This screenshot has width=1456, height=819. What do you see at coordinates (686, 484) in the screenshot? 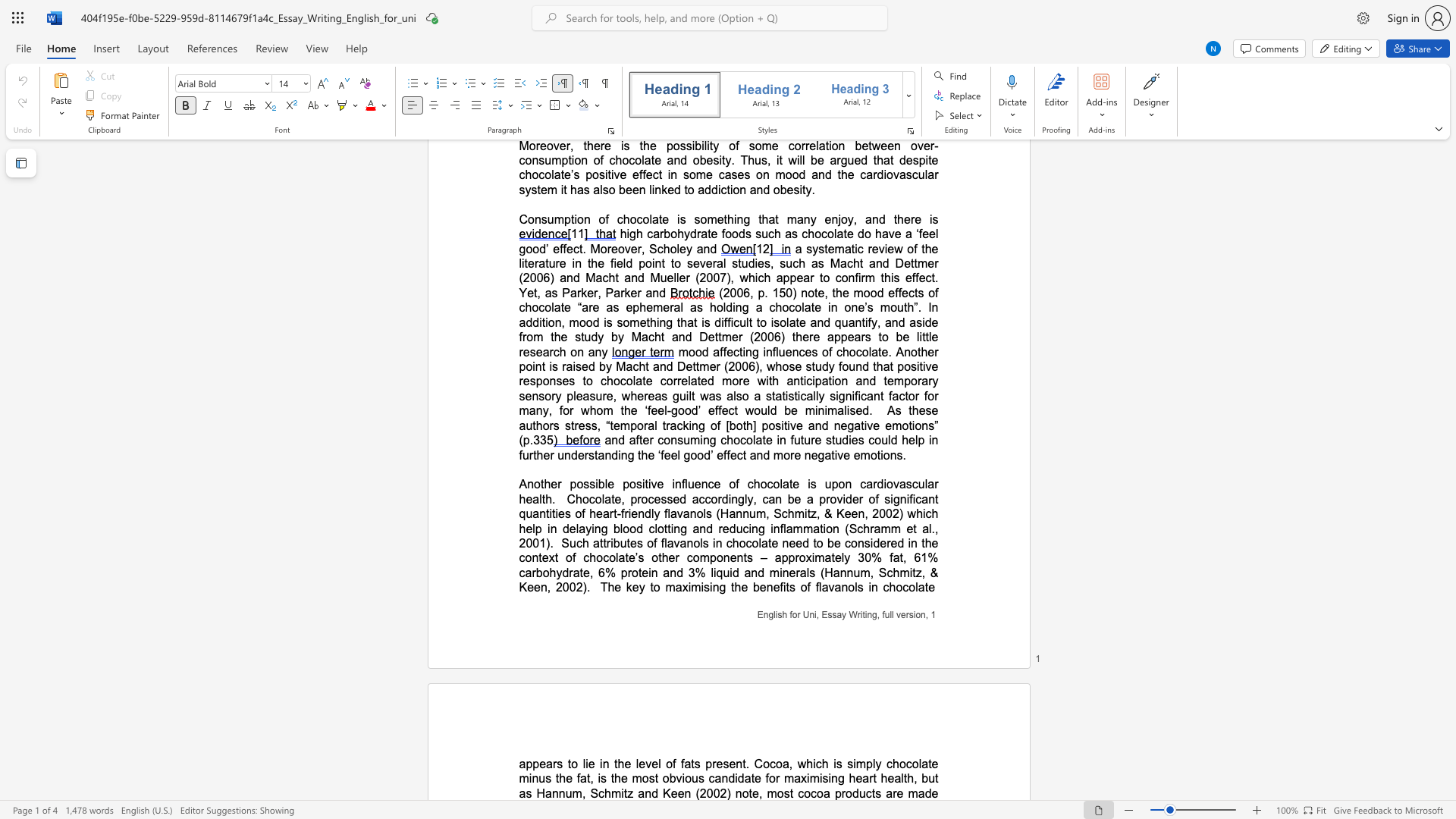
I see `the subset text "uence o" within the text "Another possible positive influence of chocolate is upon cardiovascular health"` at bounding box center [686, 484].